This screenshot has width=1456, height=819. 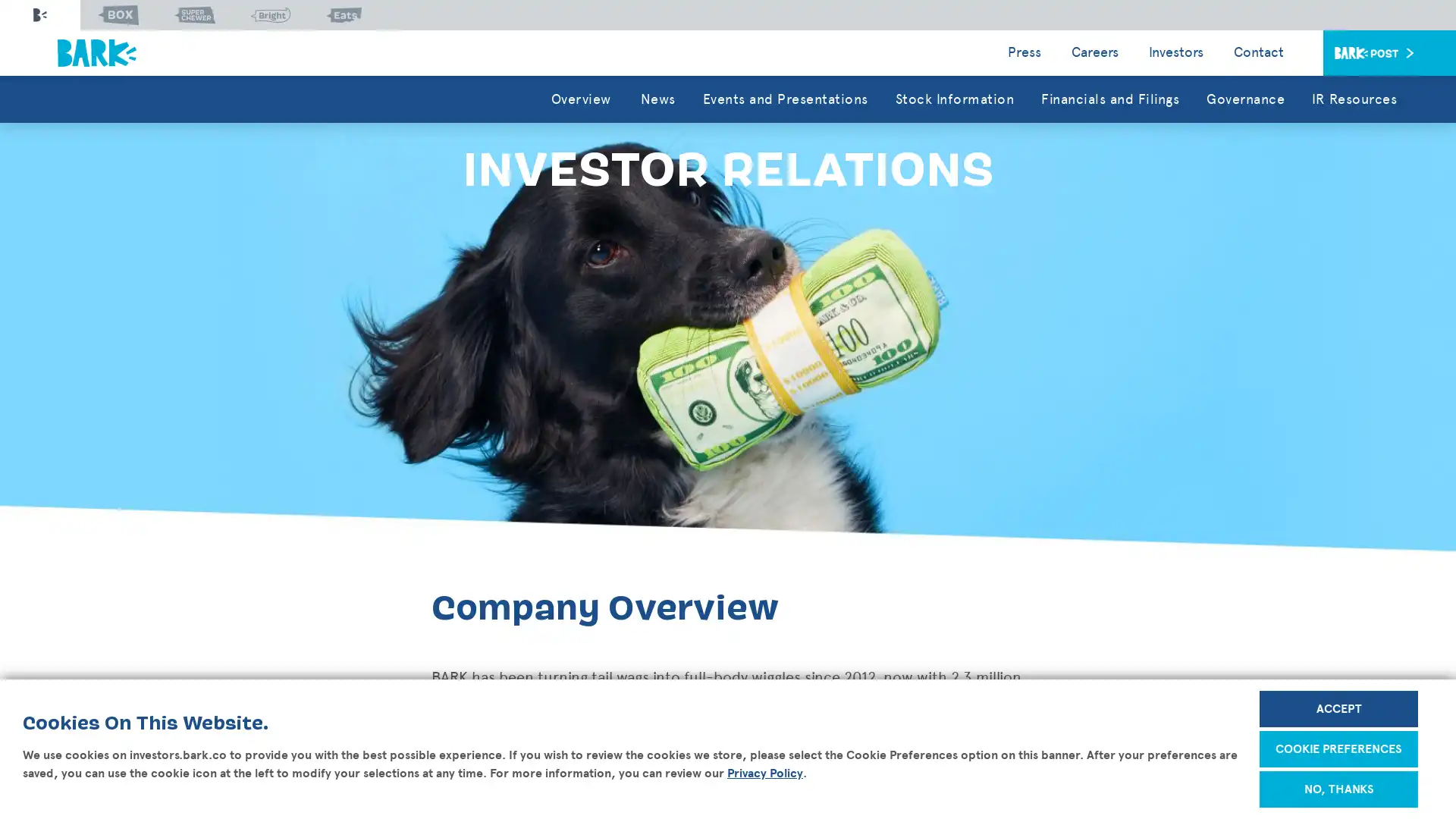 What do you see at coordinates (1389, 696) in the screenshot?
I see `CLOSE DISCLAIMER` at bounding box center [1389, 696].